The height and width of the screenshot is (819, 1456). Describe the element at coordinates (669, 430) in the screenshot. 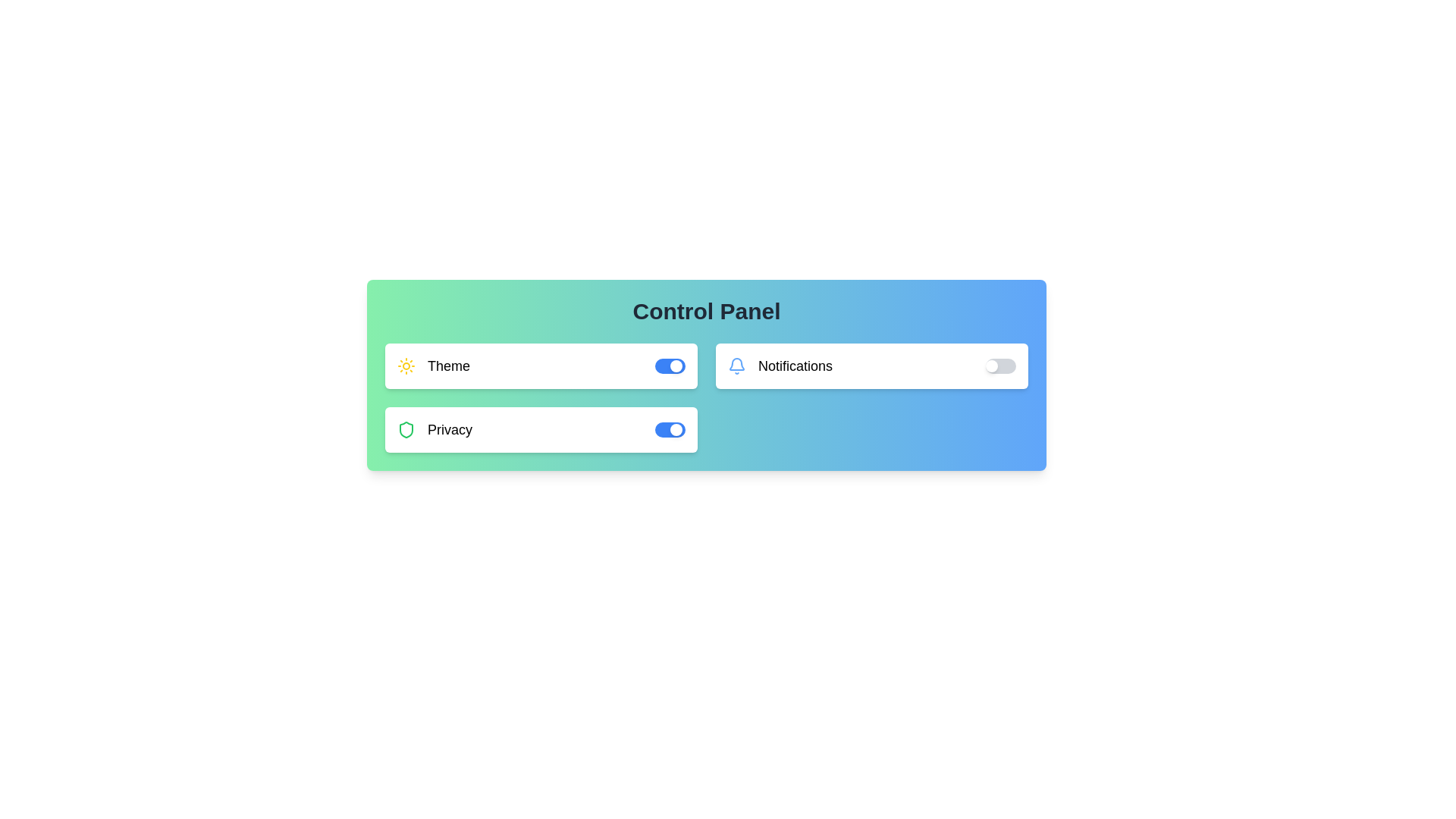

I see `the Privacy switch to toggle its state` at that location.